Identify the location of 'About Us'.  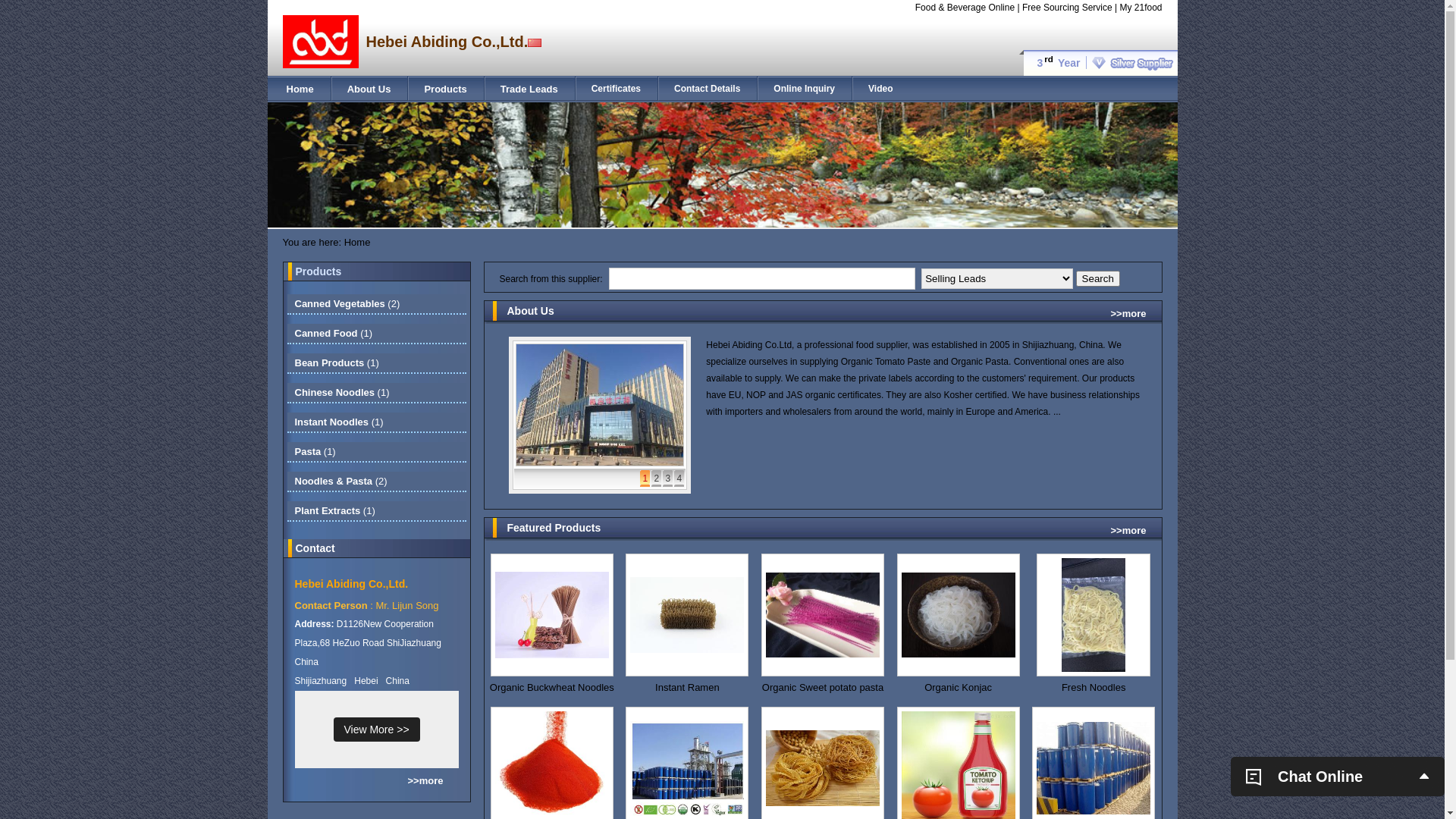
(369, 89).